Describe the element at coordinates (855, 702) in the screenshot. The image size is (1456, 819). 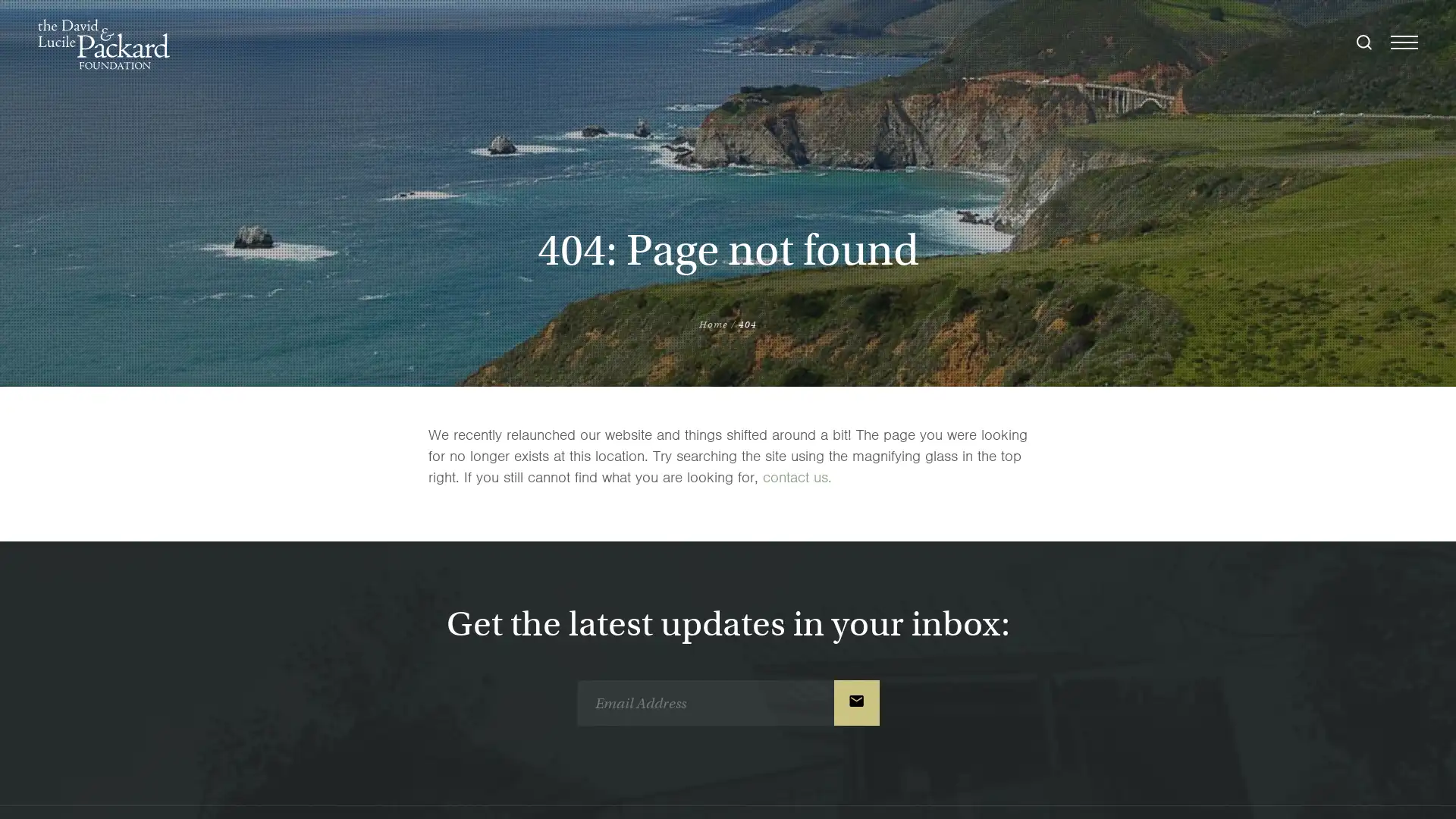
I see `mSubmit` at that location.